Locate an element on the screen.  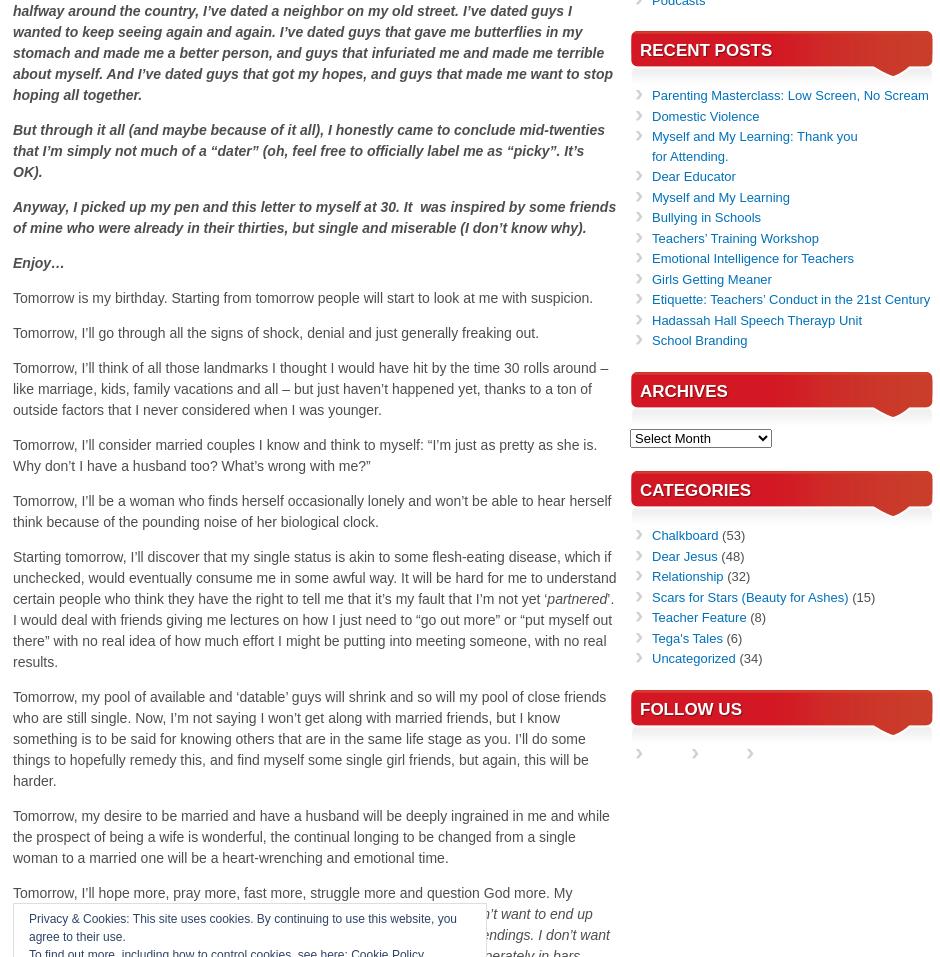
'Starting tomorrow, I’ll discover that my single status is akin to some flesh-eating disease, which if unchecked, would eventually consume me in some awful way. It will be hard for me to understand certain people who think they have the right to tell me that it’s my fault that I’m not yet ‘' is located at coordinates (314, 577).